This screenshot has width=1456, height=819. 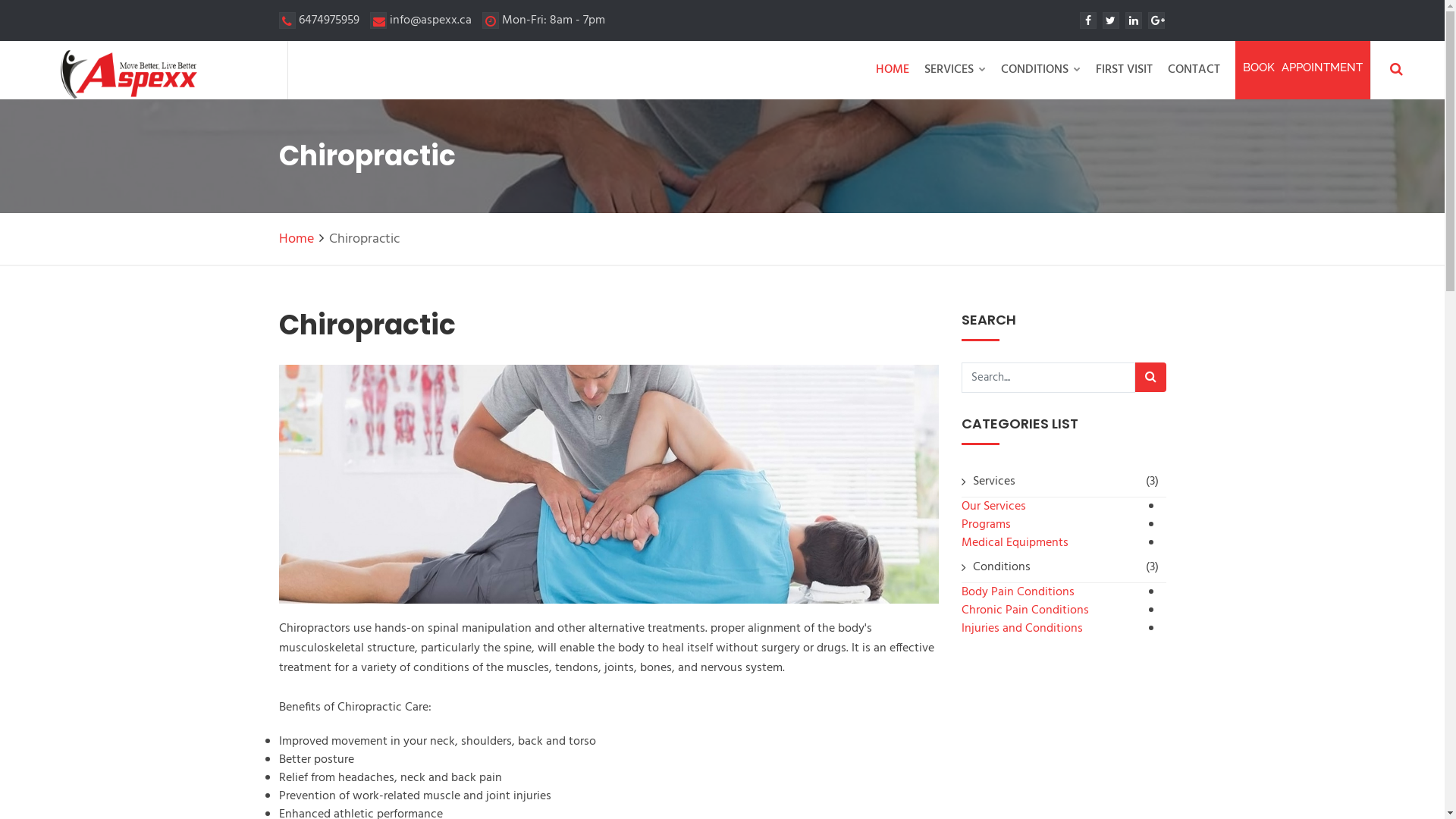 I want to click on 'Our Services', so click(x=993, y=506).